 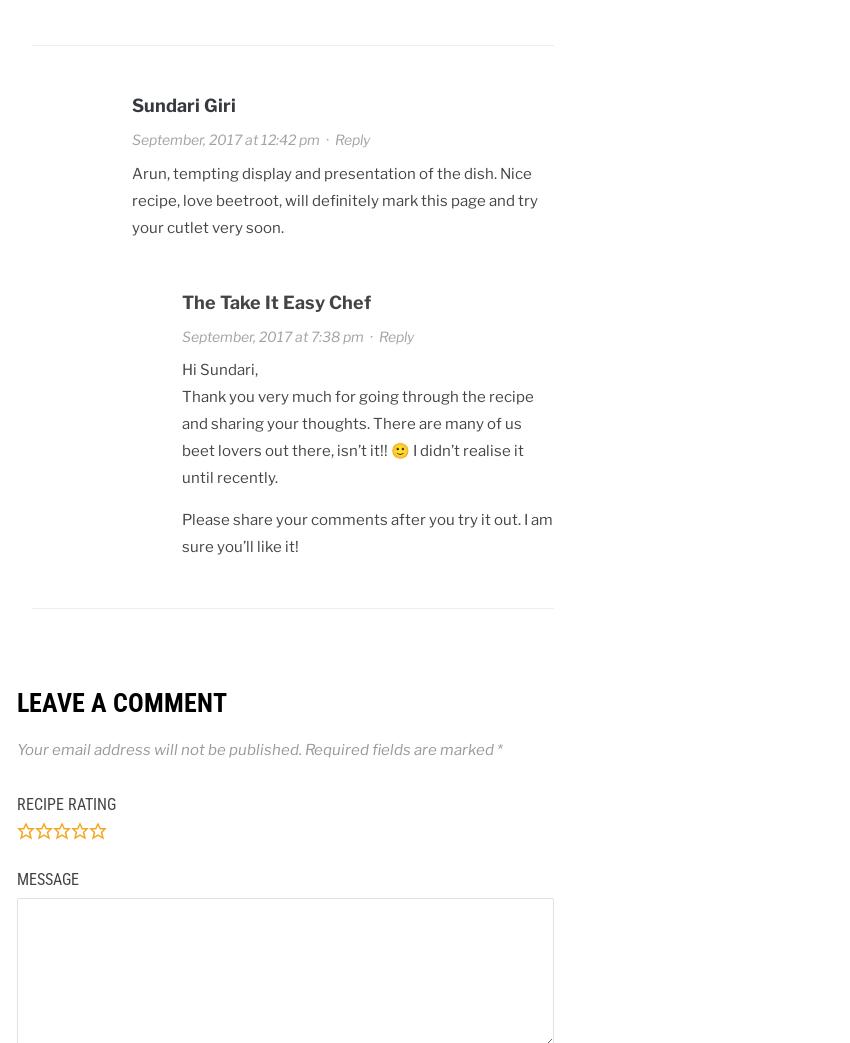 I want to click on 'Arun, tempting display and presentation of the dish. Nice recipe, love beetroot, will definitely mark this page and try your cutlet very soon.', so click(x=334, y=199).